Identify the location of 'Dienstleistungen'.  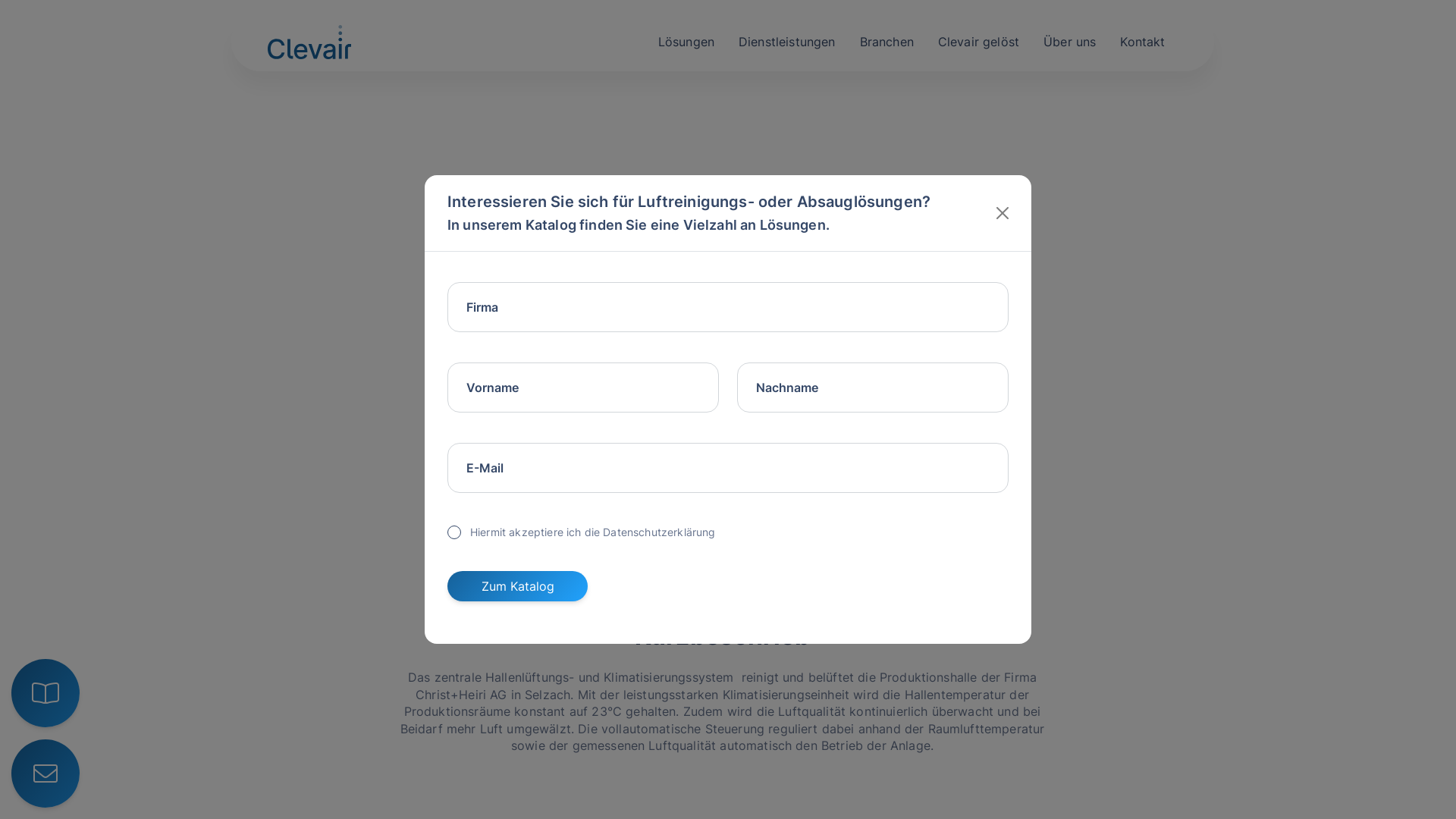
(786, 39).